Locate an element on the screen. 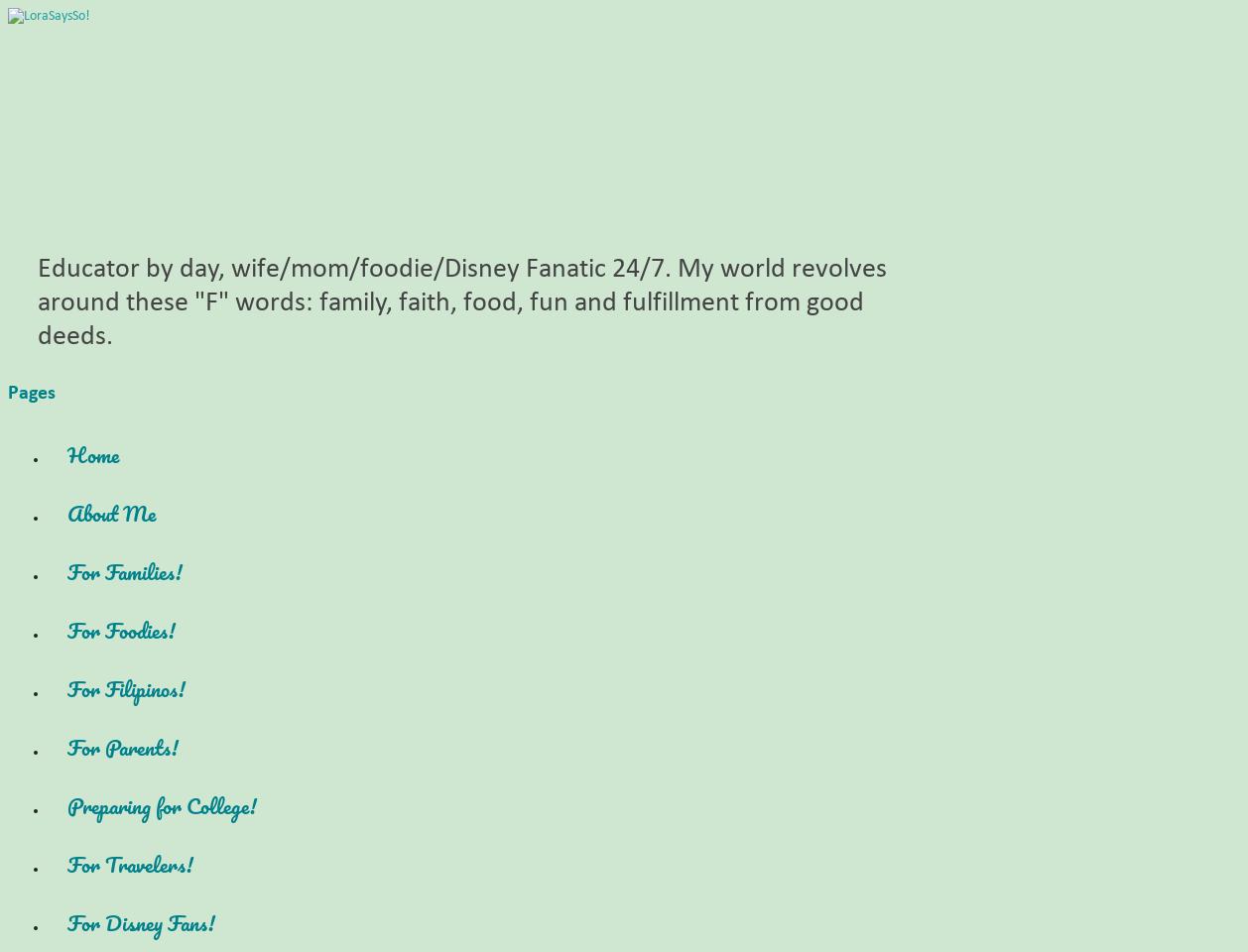  'For Foodies!' is located at coordinates (67, 629).